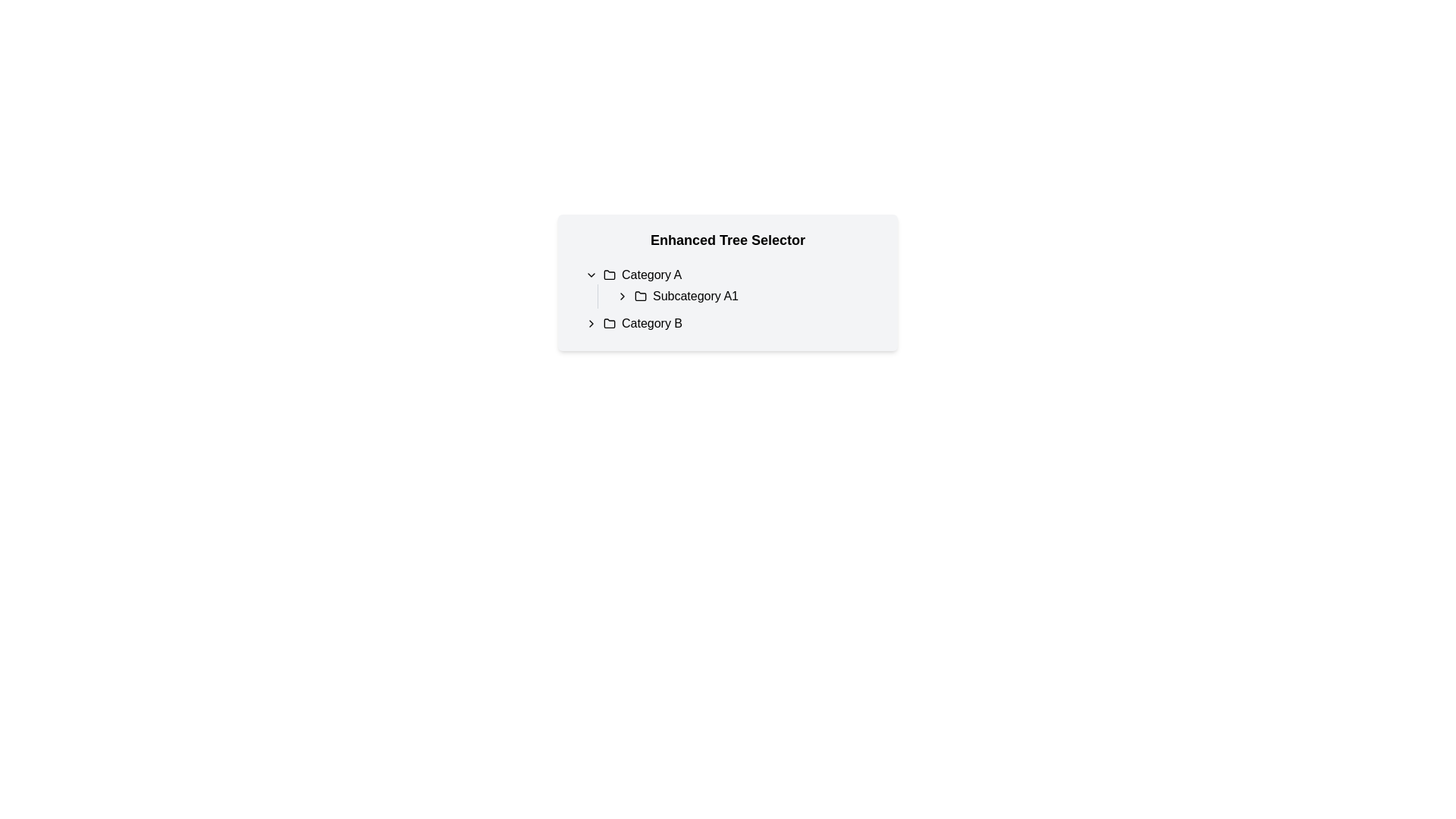  I want to click on the chevron-right icon button located at the leftmost side of the 'Subcategory A1' row, so click(622, 296).